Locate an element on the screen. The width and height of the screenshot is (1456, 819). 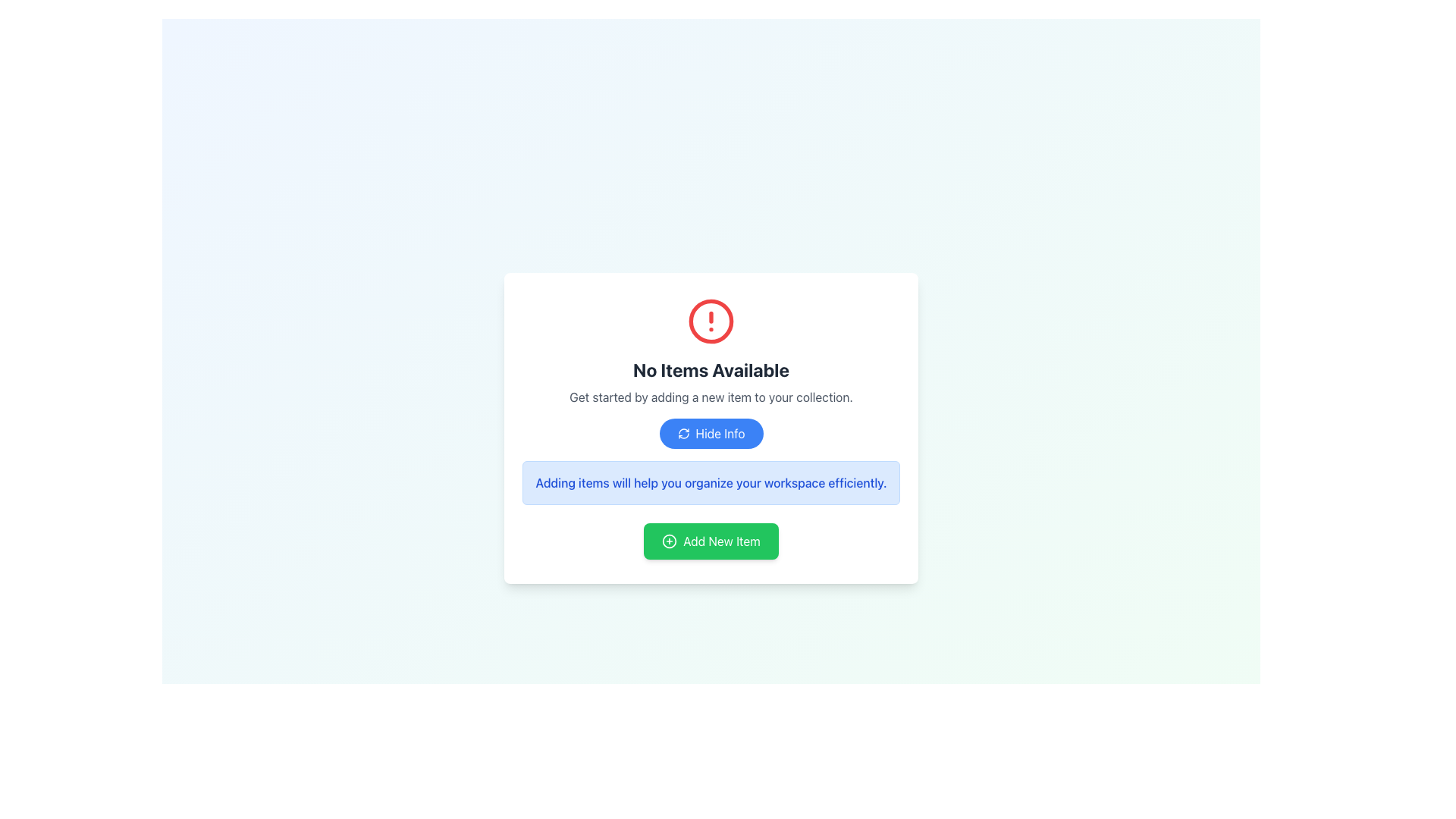
the Decorative Icon that visually represents an 'Add' action, located to the left of the 'Add New Item' button at the bottom center of the interactive card is located at coordinates (669, 540).